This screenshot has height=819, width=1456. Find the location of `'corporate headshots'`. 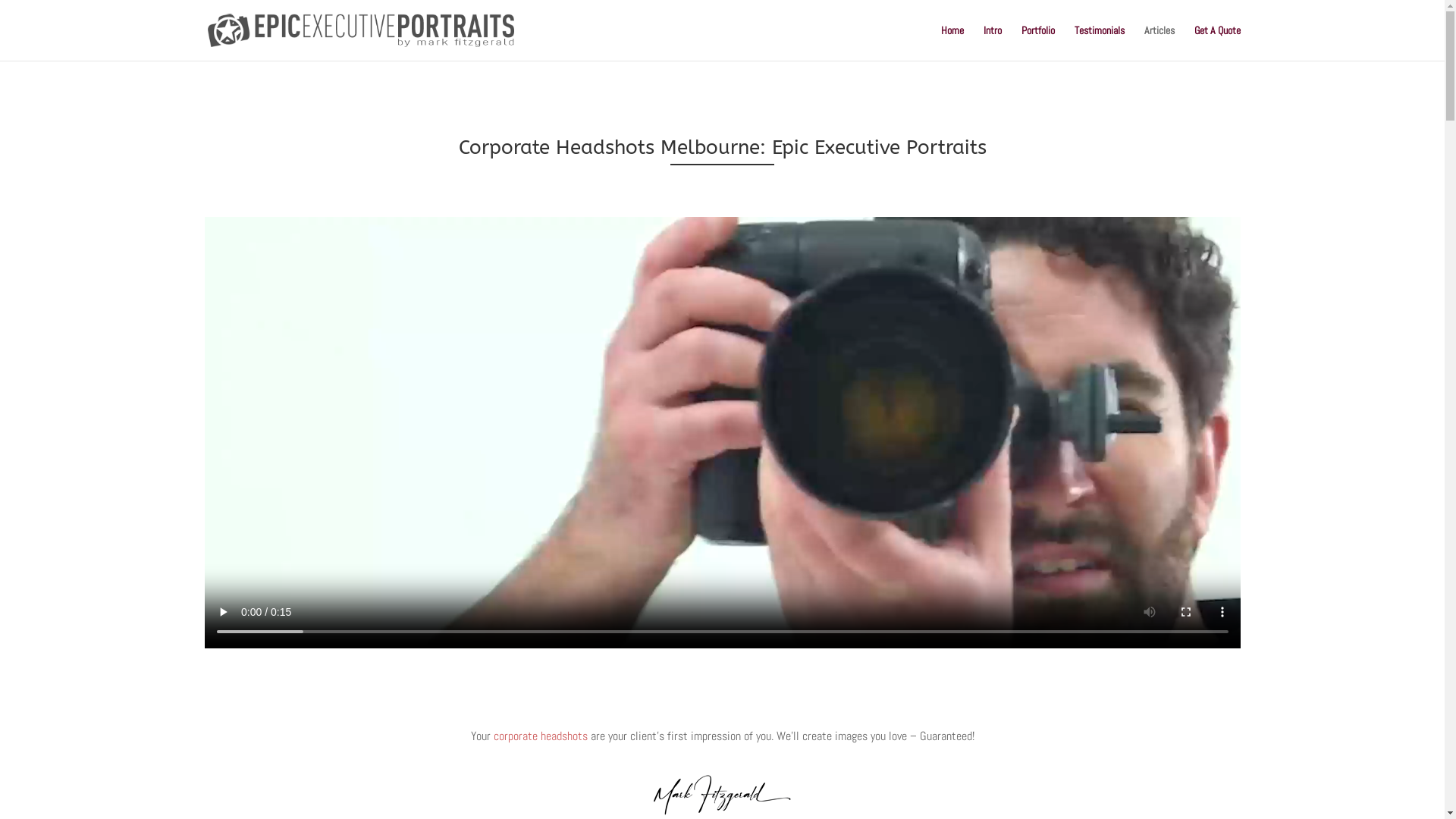

'corporate headshots' is located at coordinates (539, 735).